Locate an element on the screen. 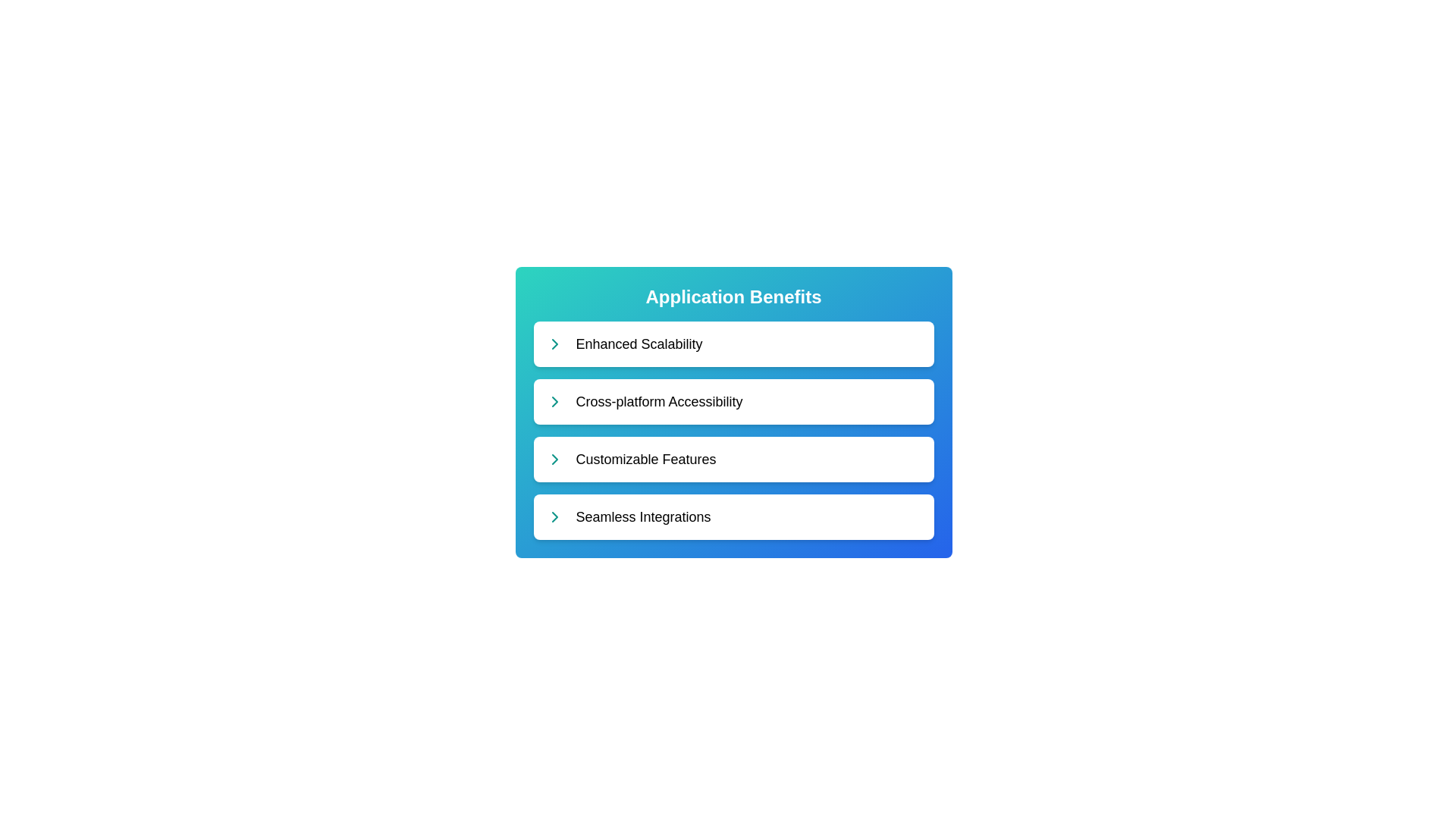 The width and height of the screenshot is (1456, 819). the chevron icon at the start of the 'Customizable Features' row is located at coordinates (554, 458).